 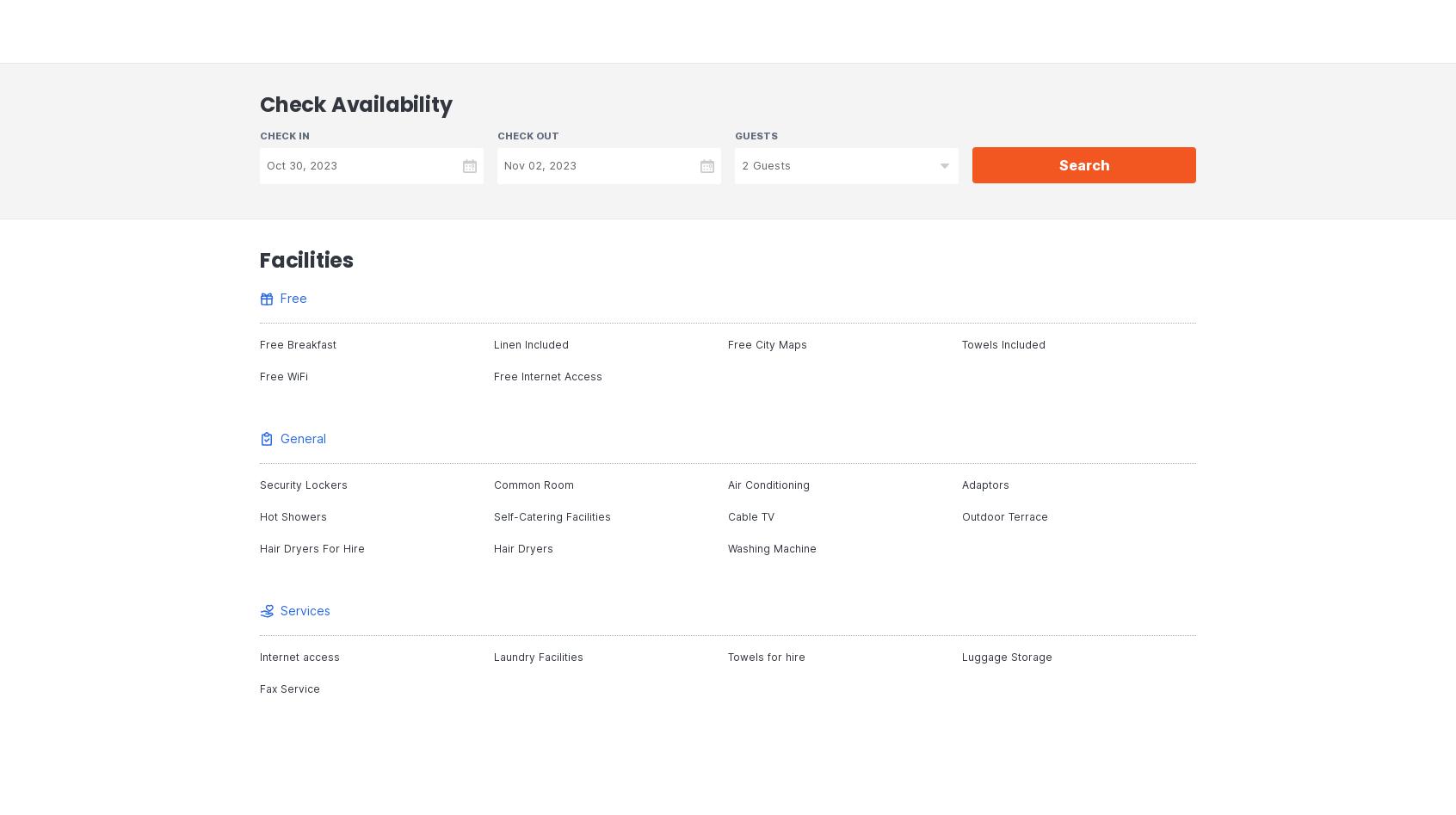 I want to click on 'Hair Dryers', so click(x=492, y=548).